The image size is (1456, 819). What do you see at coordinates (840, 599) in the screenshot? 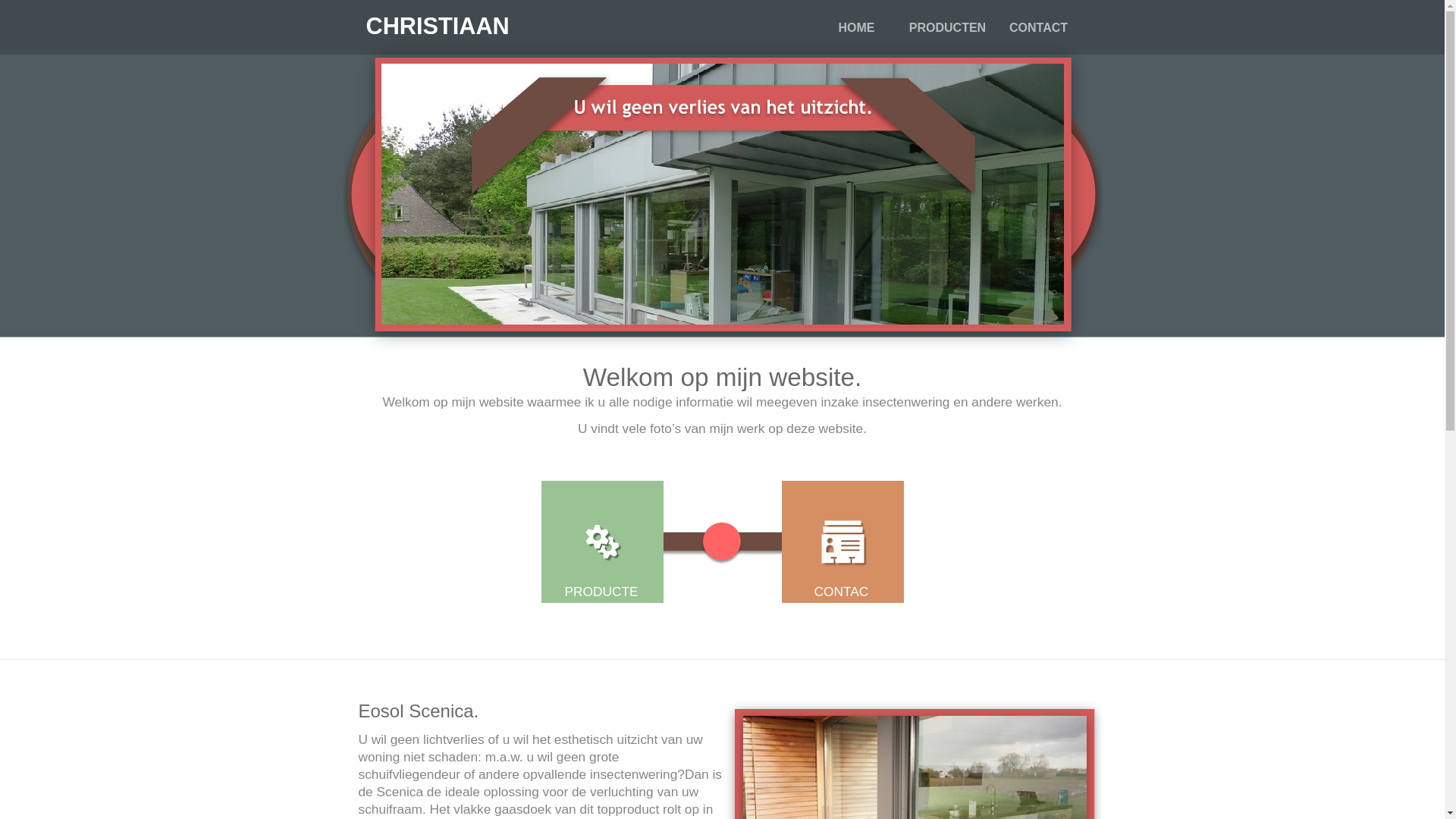
I see `'CONTACT'` at bounding box center [840, 599].